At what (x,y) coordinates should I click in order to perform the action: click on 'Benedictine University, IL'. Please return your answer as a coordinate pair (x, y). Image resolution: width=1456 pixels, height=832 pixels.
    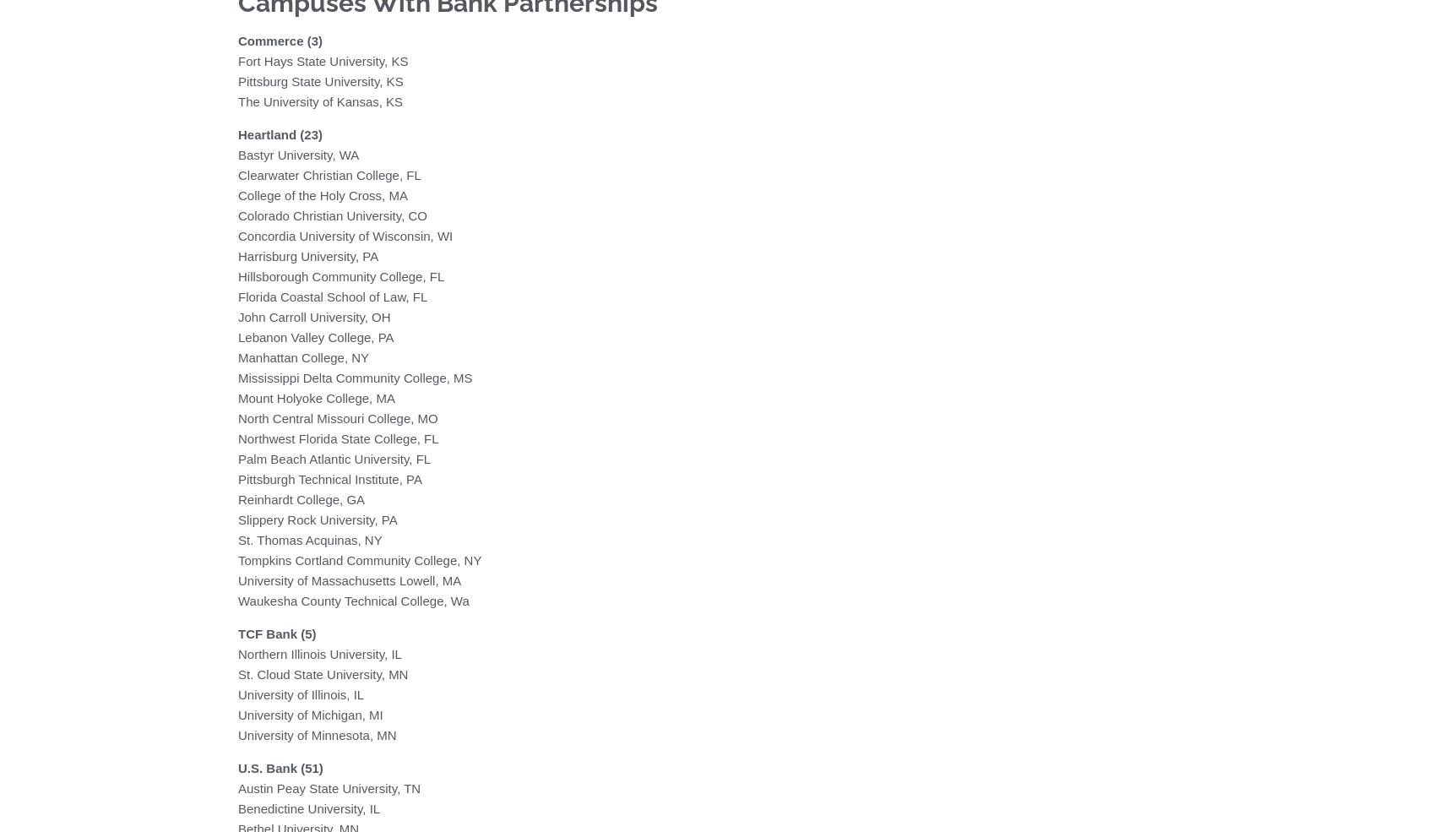
    Looking at the image, I should click on (237, 808).